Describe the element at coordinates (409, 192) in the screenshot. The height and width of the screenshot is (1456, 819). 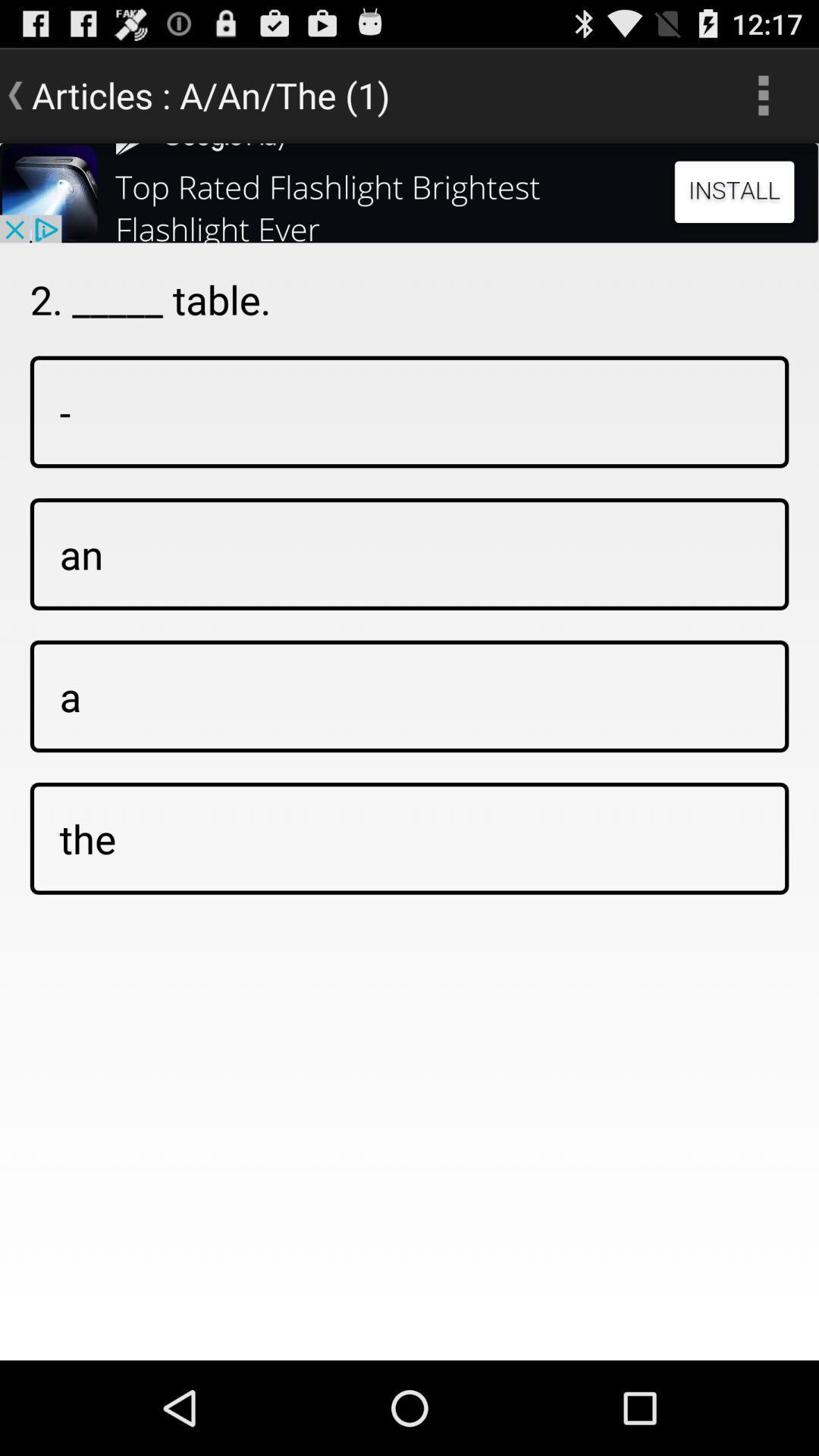
I see `click install` at that location.